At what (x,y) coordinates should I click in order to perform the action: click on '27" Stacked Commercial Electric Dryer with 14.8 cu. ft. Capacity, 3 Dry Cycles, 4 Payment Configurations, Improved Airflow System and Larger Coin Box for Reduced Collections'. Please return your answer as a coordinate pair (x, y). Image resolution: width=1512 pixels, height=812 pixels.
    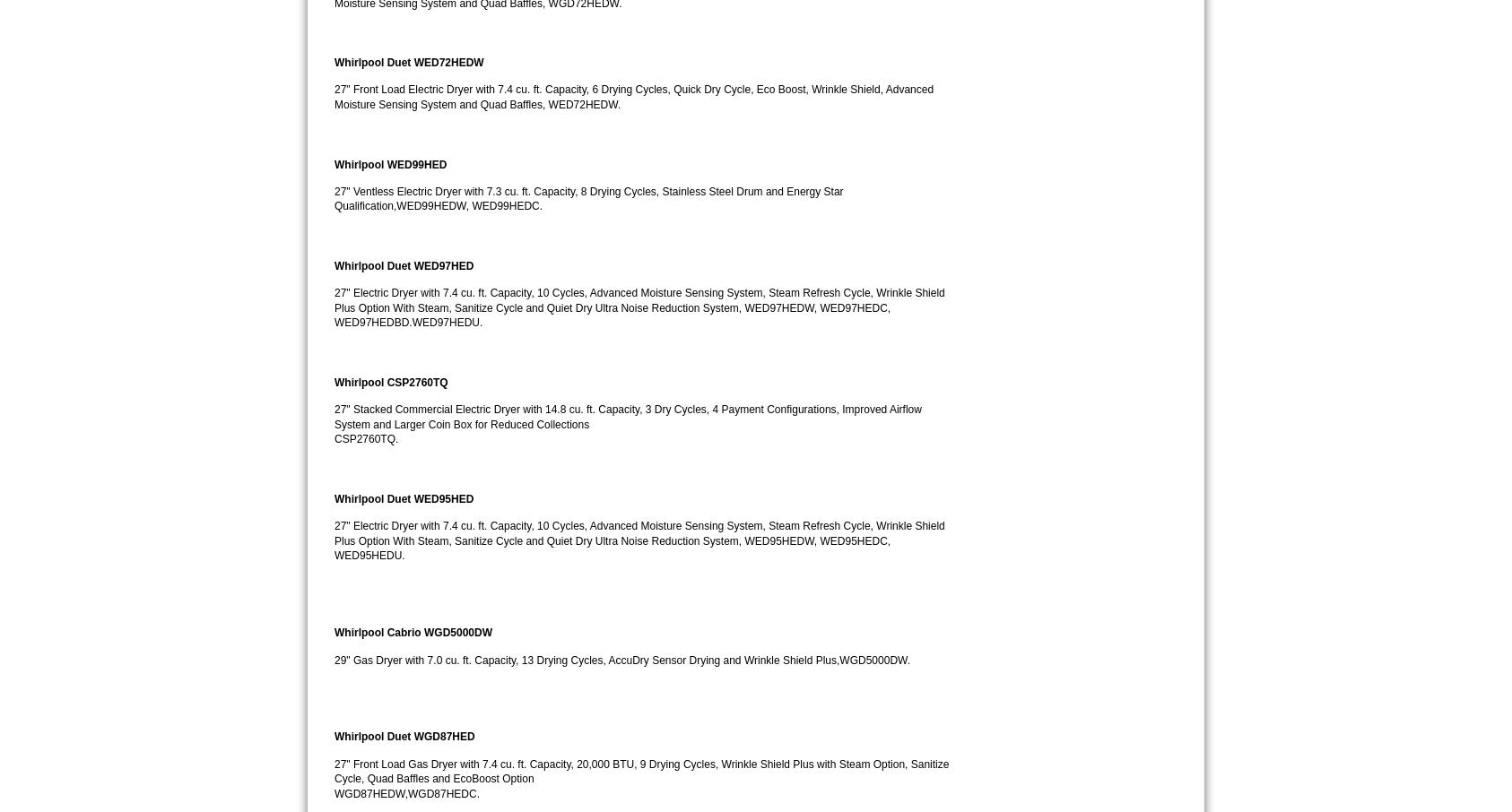
    Looking at the image, I should click on (629, 415).